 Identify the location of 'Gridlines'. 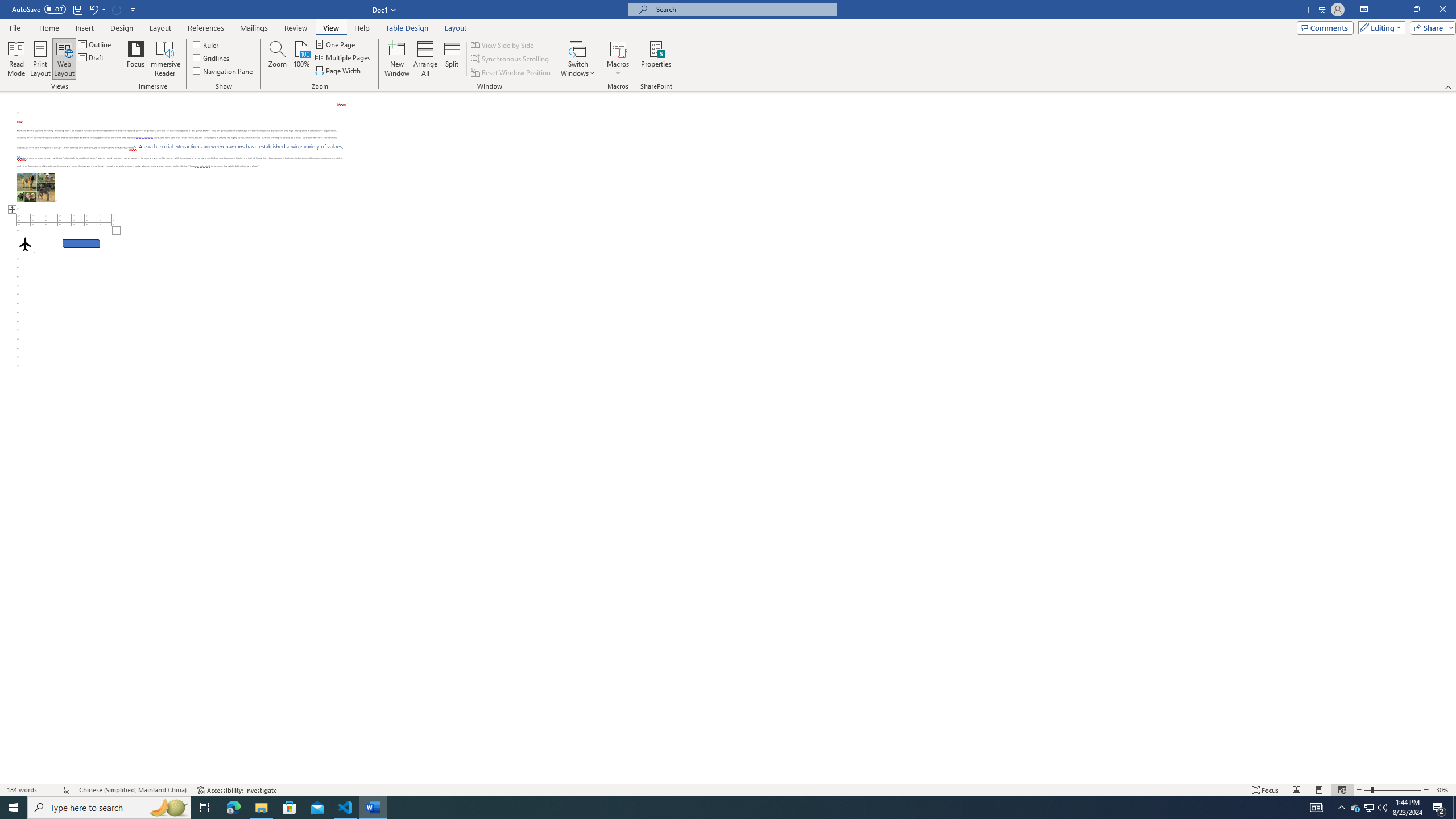
(211, 56).